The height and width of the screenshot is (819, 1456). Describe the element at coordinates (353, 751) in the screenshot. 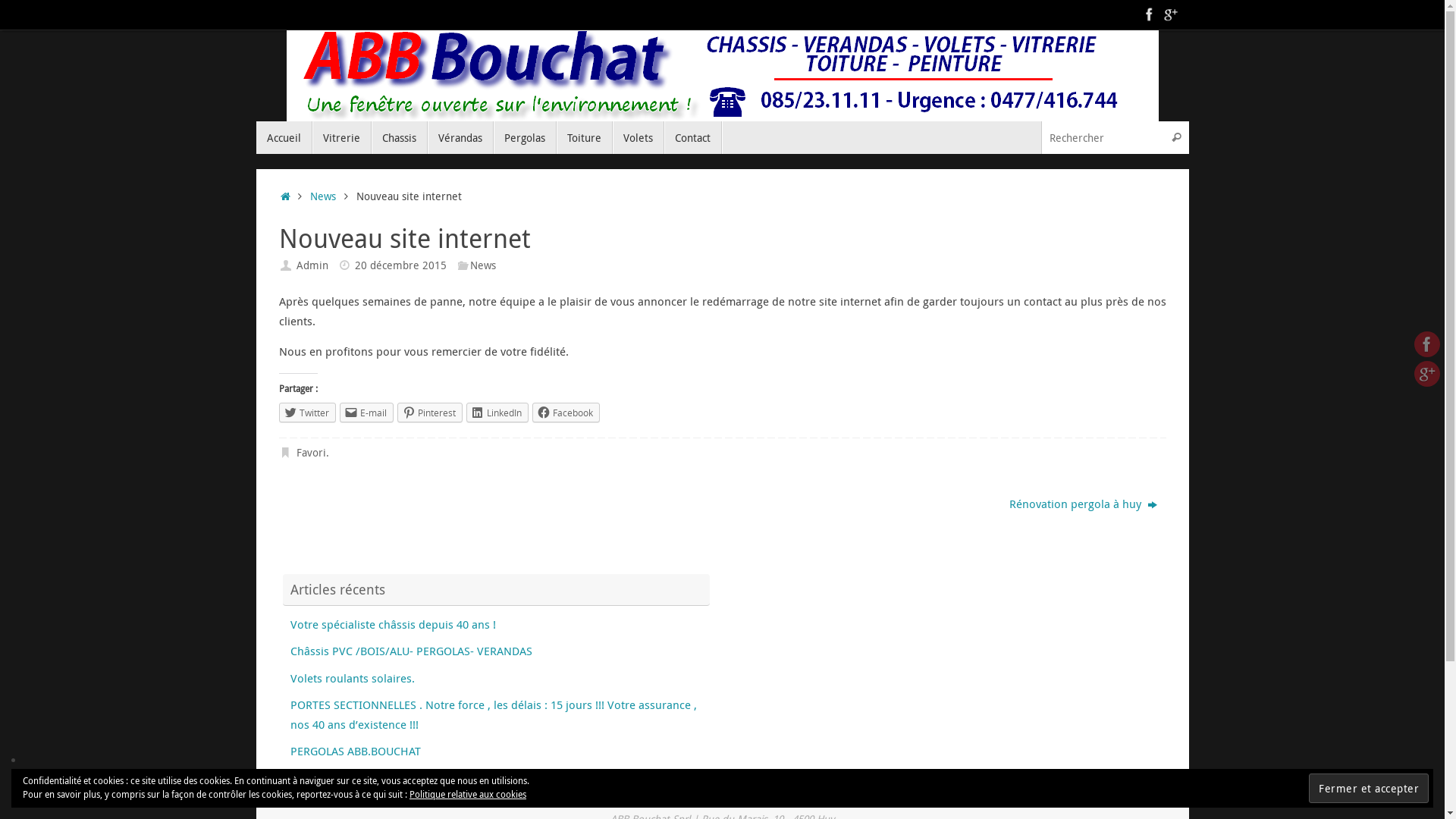

I see `'PERGOLAS ABB.BOUCHAT'` at that location.